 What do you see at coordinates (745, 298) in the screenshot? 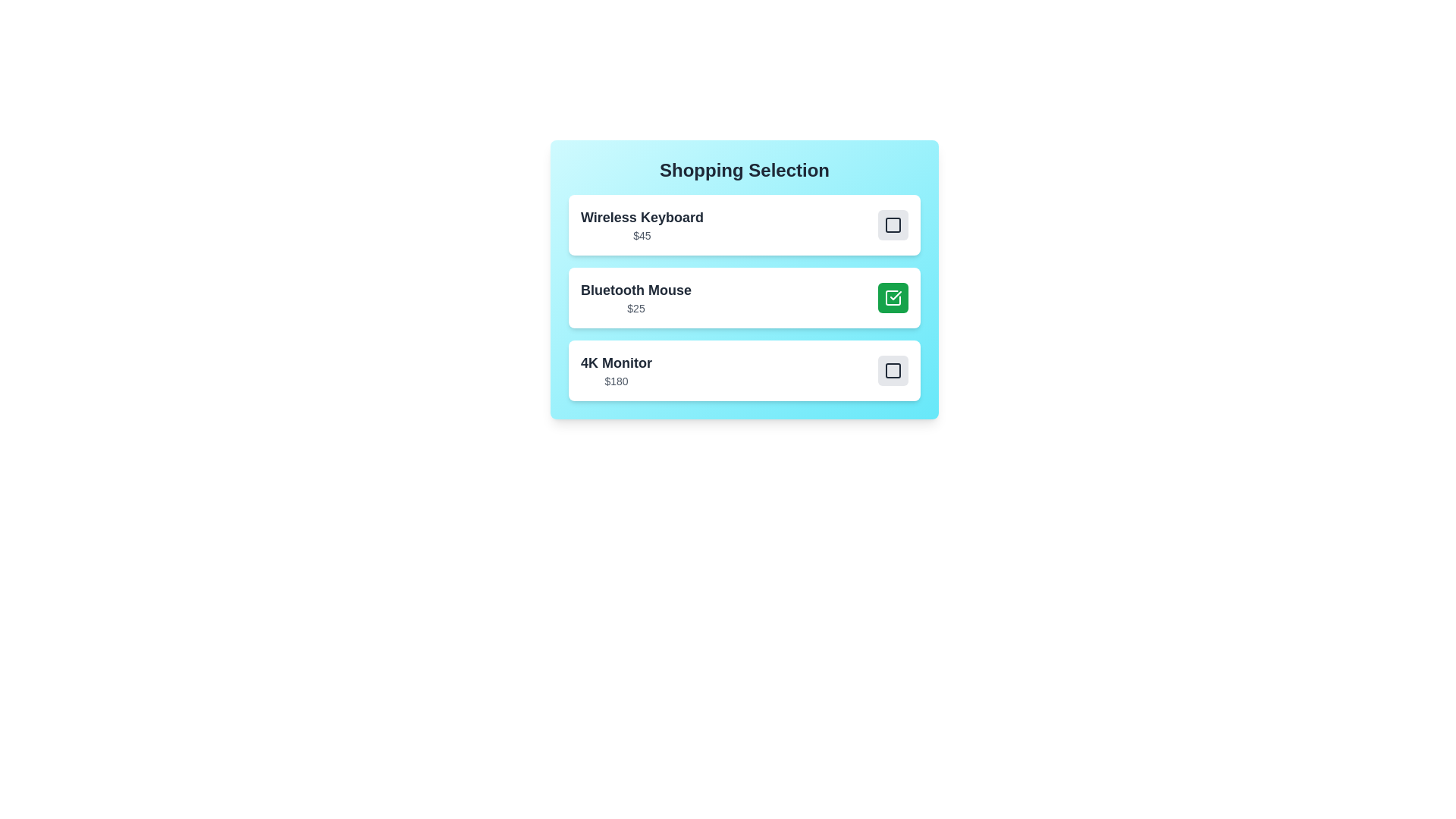
I see `the product listing item titled 'Bluetooth Mouse' priced at '$25'` at bounding box center [745, 298].